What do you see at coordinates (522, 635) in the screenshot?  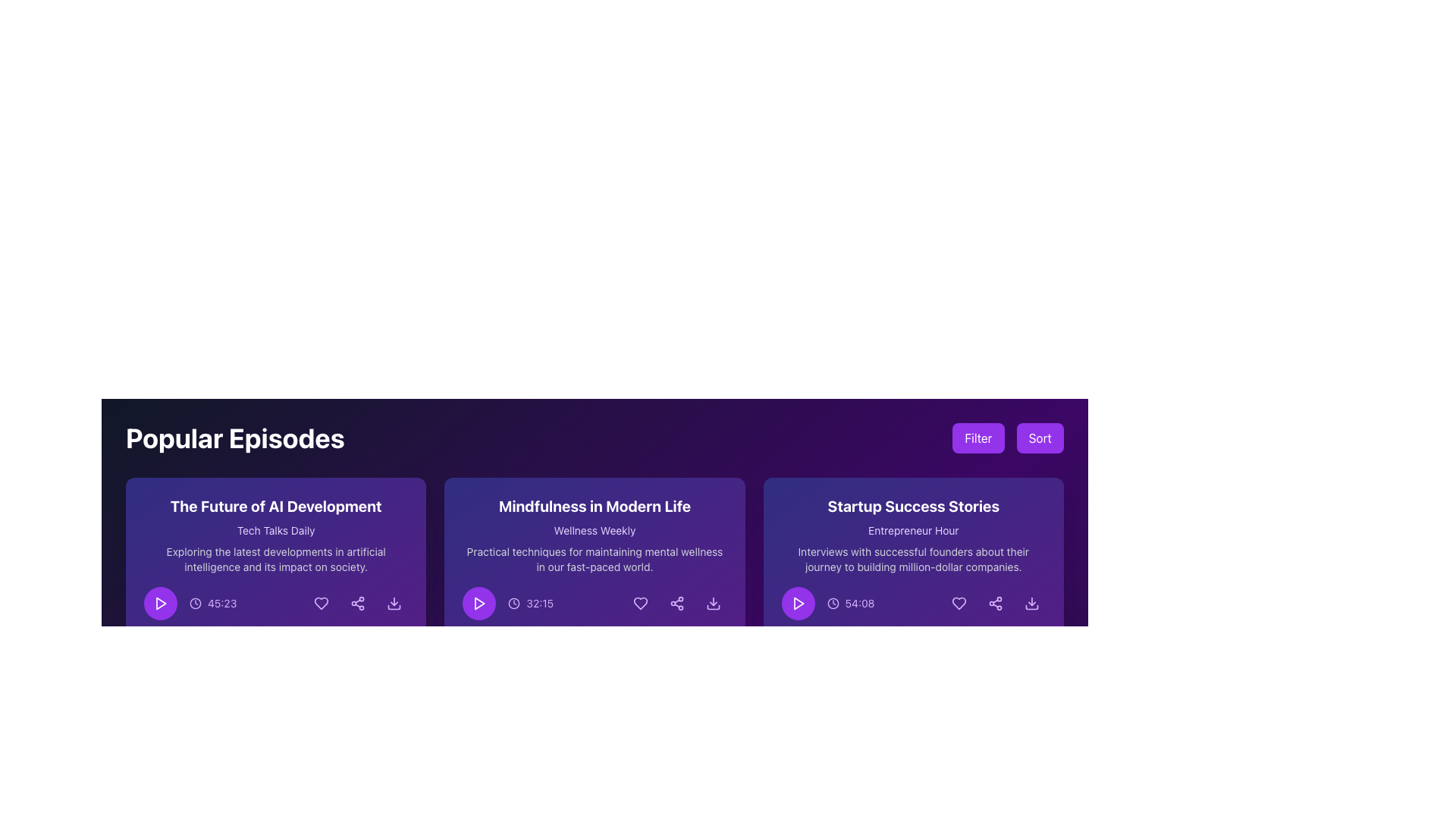 I see `the progress bar located in the 'Mindfulness in Modern Life' card, positioned below the playback controls and duration label` at bounding box center [522, 635].